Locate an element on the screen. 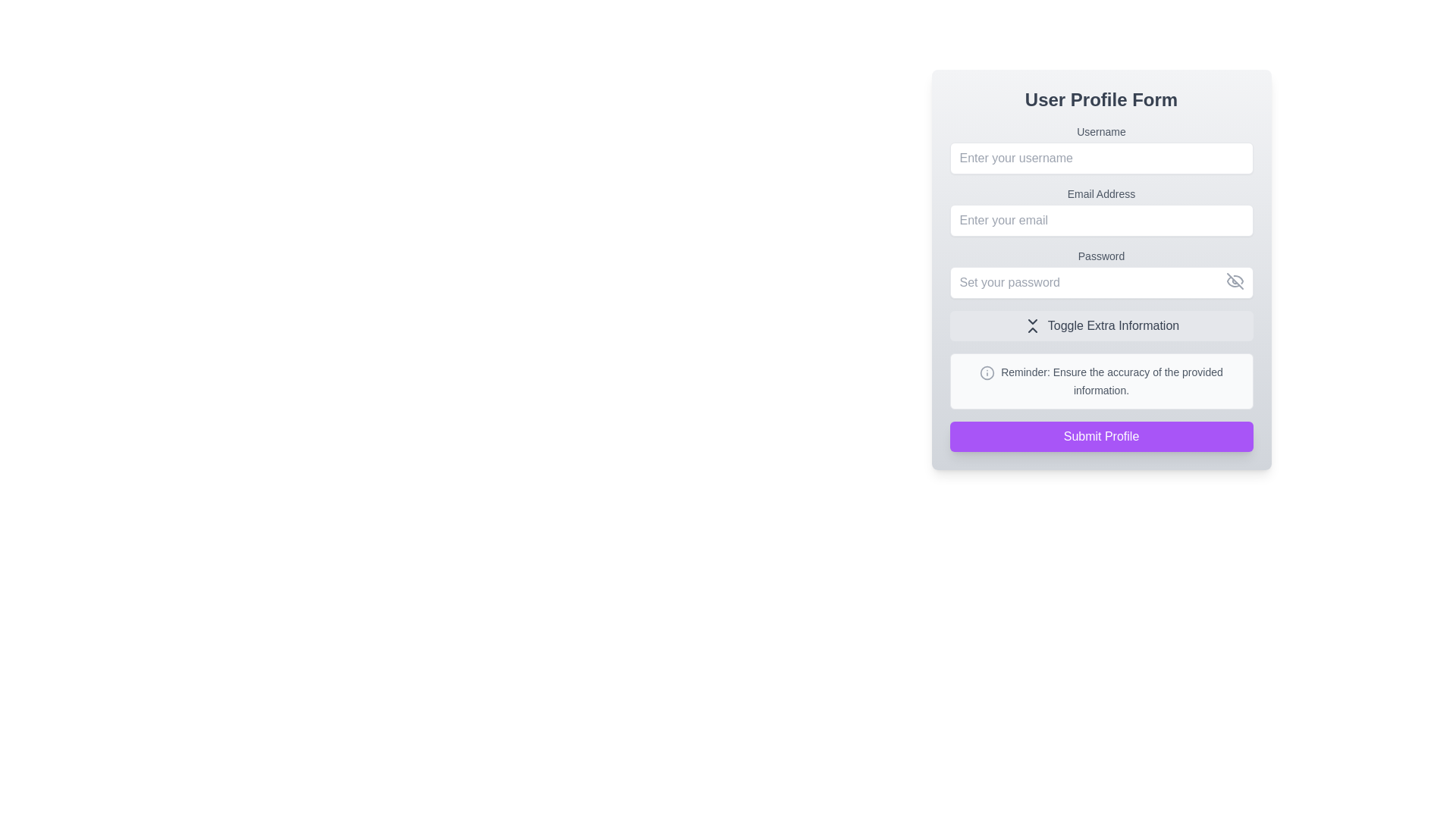 The image size is (1456, 819). the 'Password' text label, which is styled in a smaller gray font and is the first element in the password input section of the profile form is located at coordinates (1101, 256).